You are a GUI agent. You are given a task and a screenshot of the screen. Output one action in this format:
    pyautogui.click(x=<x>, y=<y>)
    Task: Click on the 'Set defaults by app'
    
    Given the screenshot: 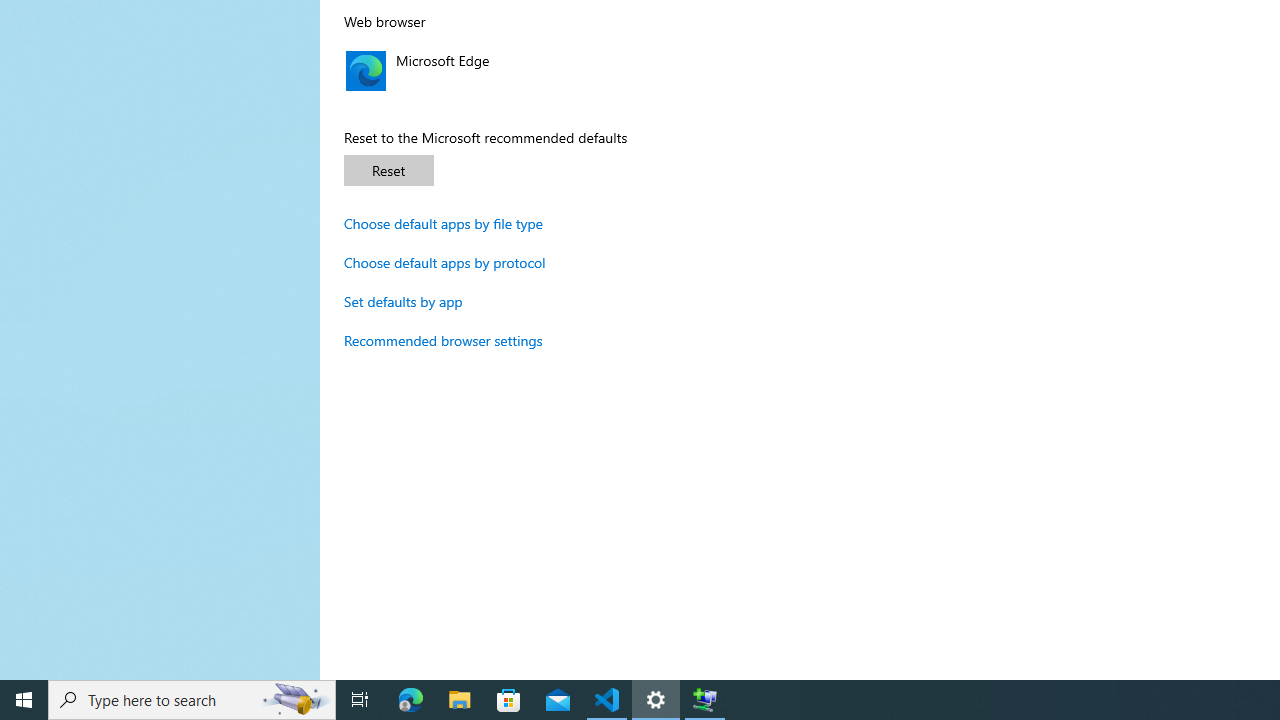 What is the action you would take?
    pyautogui.click(x=402, y=301)
    